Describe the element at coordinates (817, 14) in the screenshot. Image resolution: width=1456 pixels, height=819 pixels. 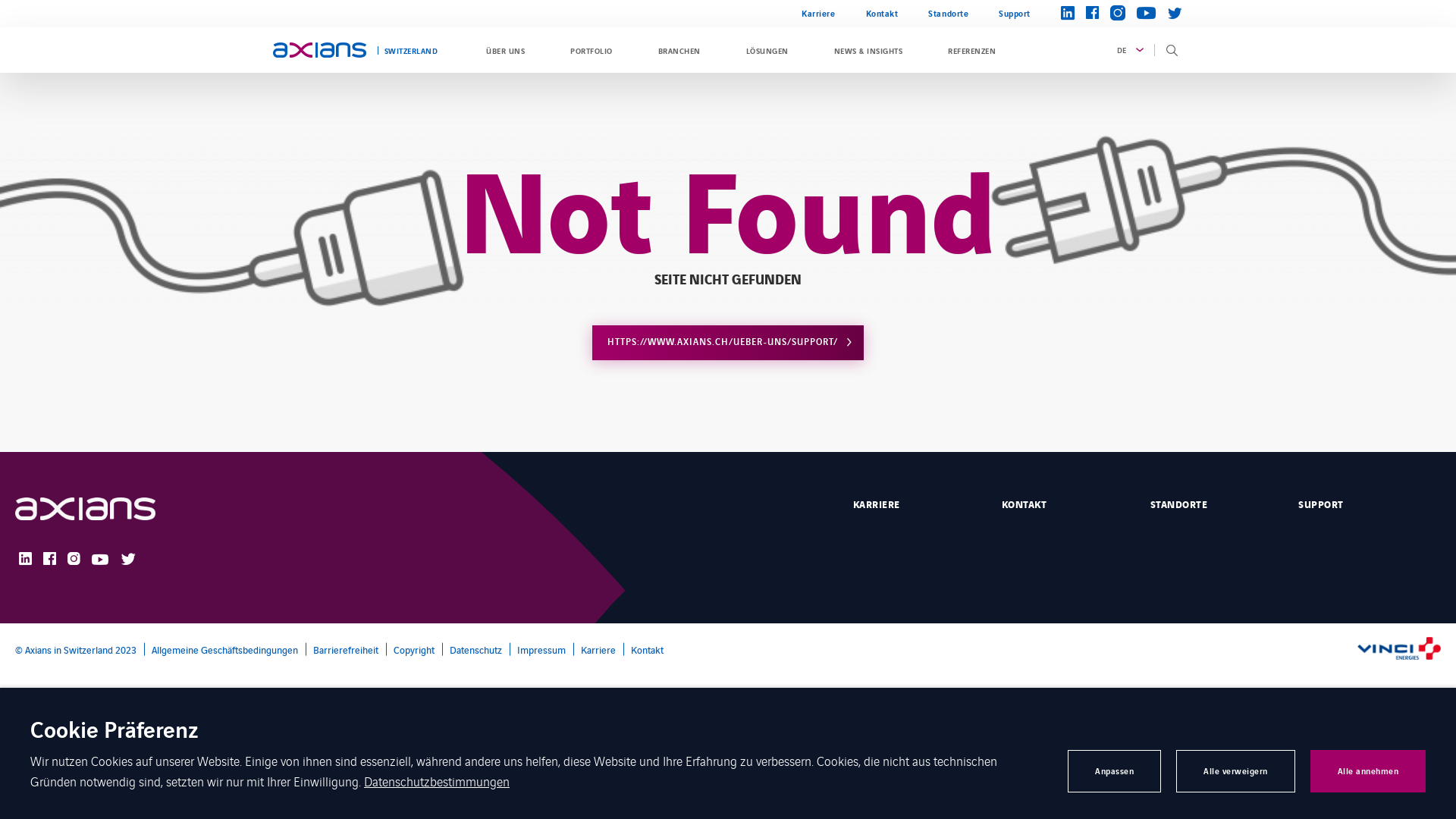
I see `'Karriere'` at that location.